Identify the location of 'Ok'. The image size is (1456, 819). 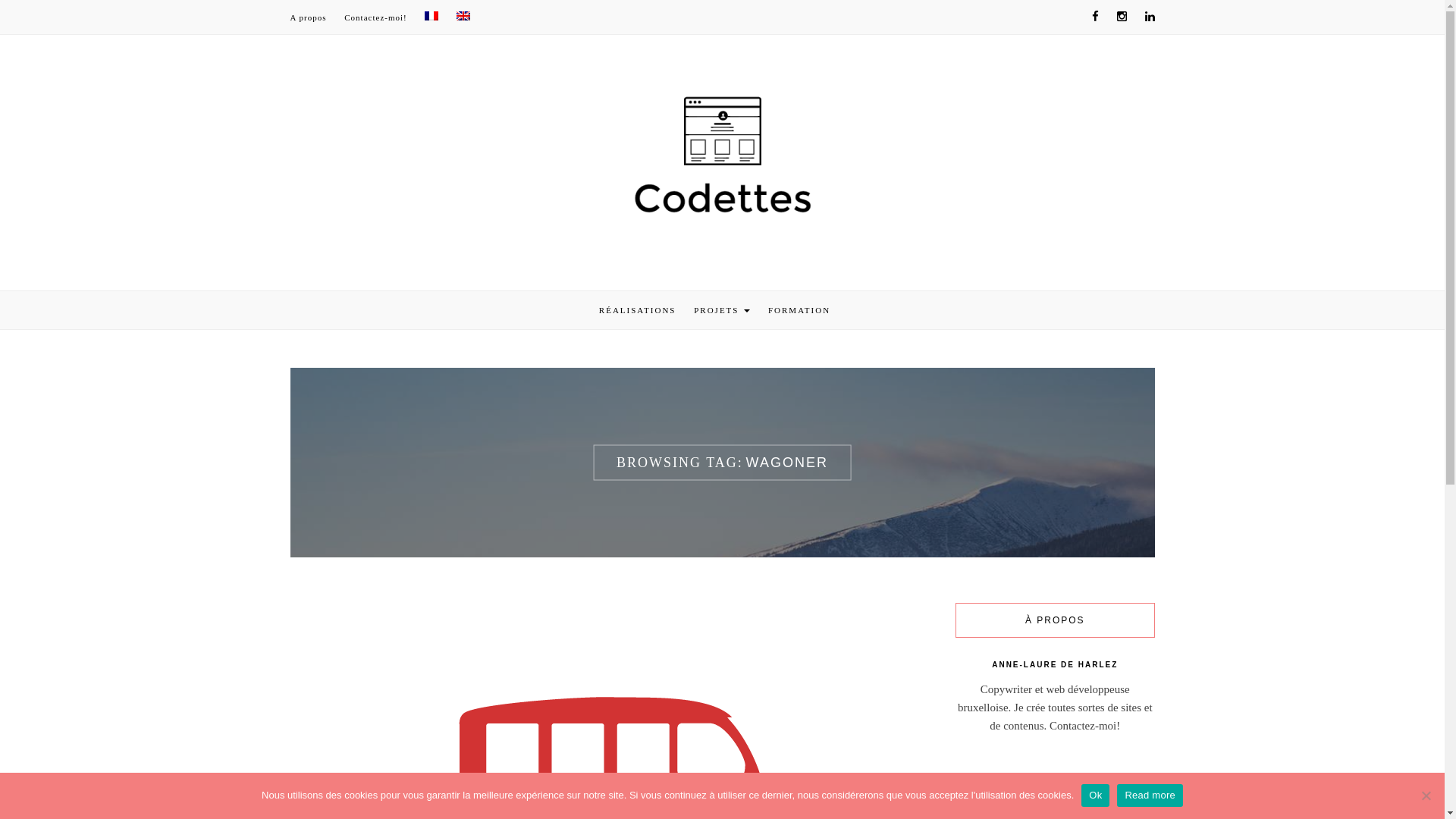
(1095, 795).